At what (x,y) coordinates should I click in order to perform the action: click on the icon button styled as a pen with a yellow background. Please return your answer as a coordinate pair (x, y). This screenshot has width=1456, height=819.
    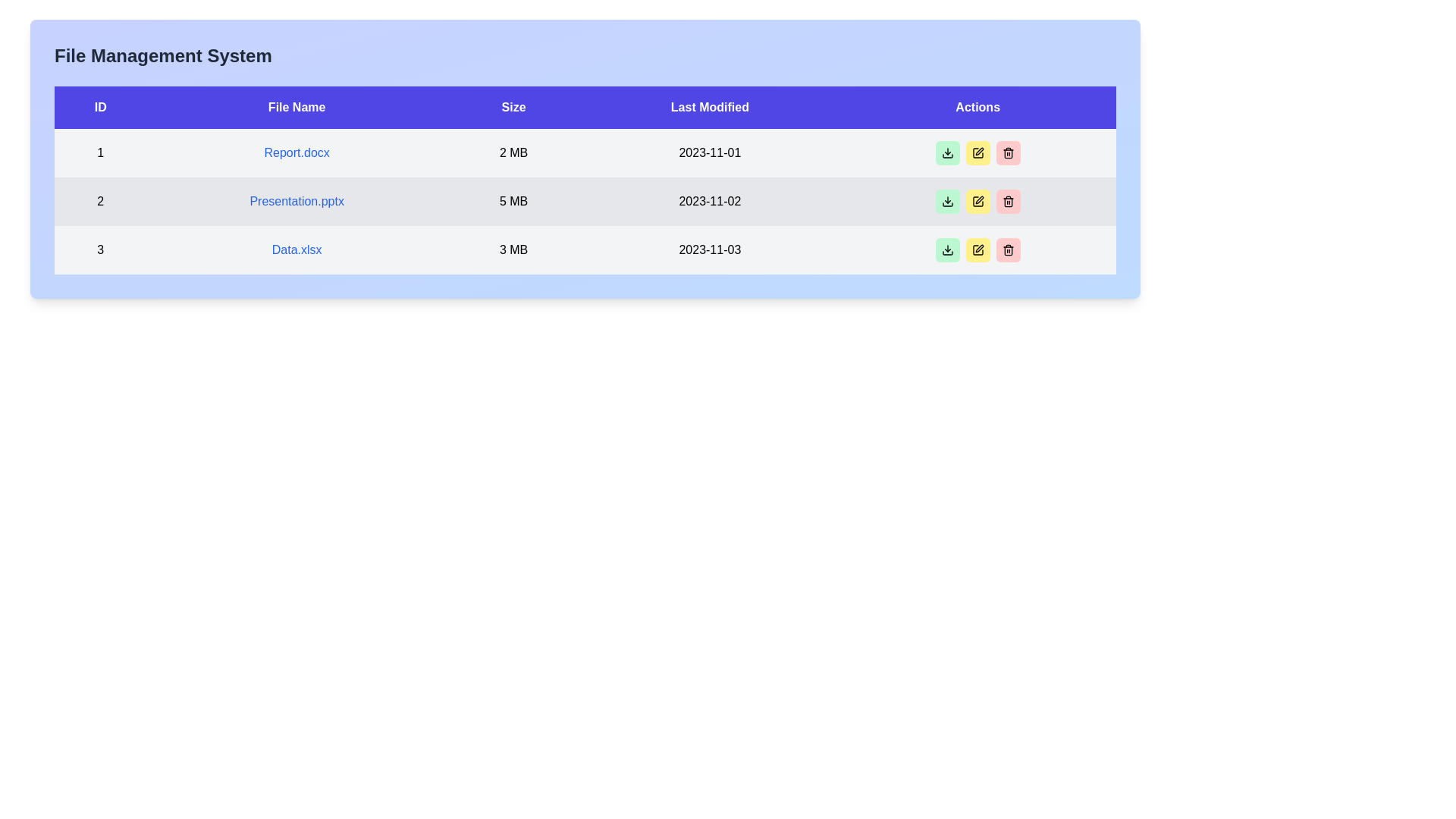
    Looking at the image, I should click on (977, 201).